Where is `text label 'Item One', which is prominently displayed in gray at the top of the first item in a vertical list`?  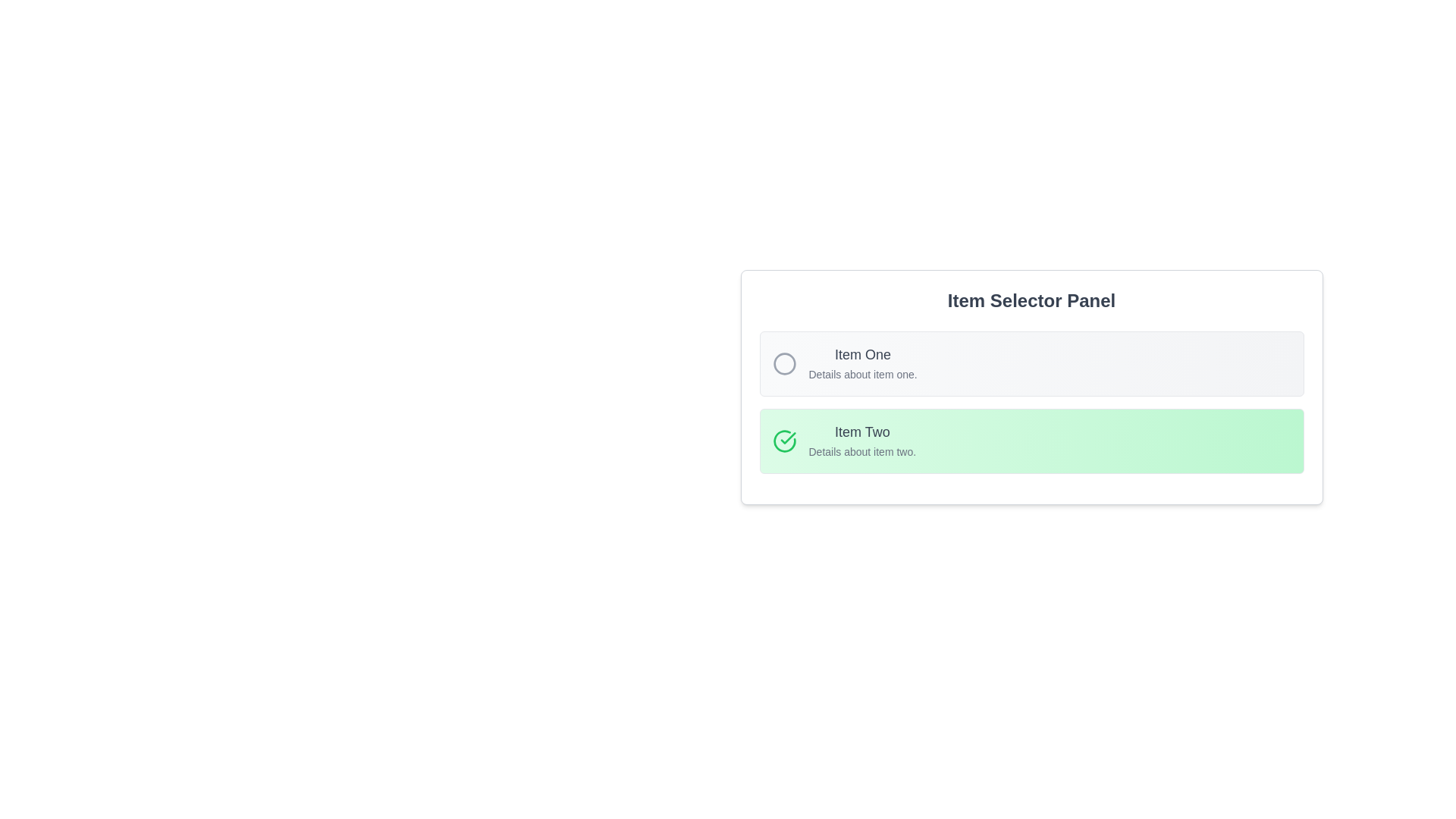 text label 'Item One', which is prominently displayed in gray at the top of the first item in a vertical list is located at coordinates (863, 354).